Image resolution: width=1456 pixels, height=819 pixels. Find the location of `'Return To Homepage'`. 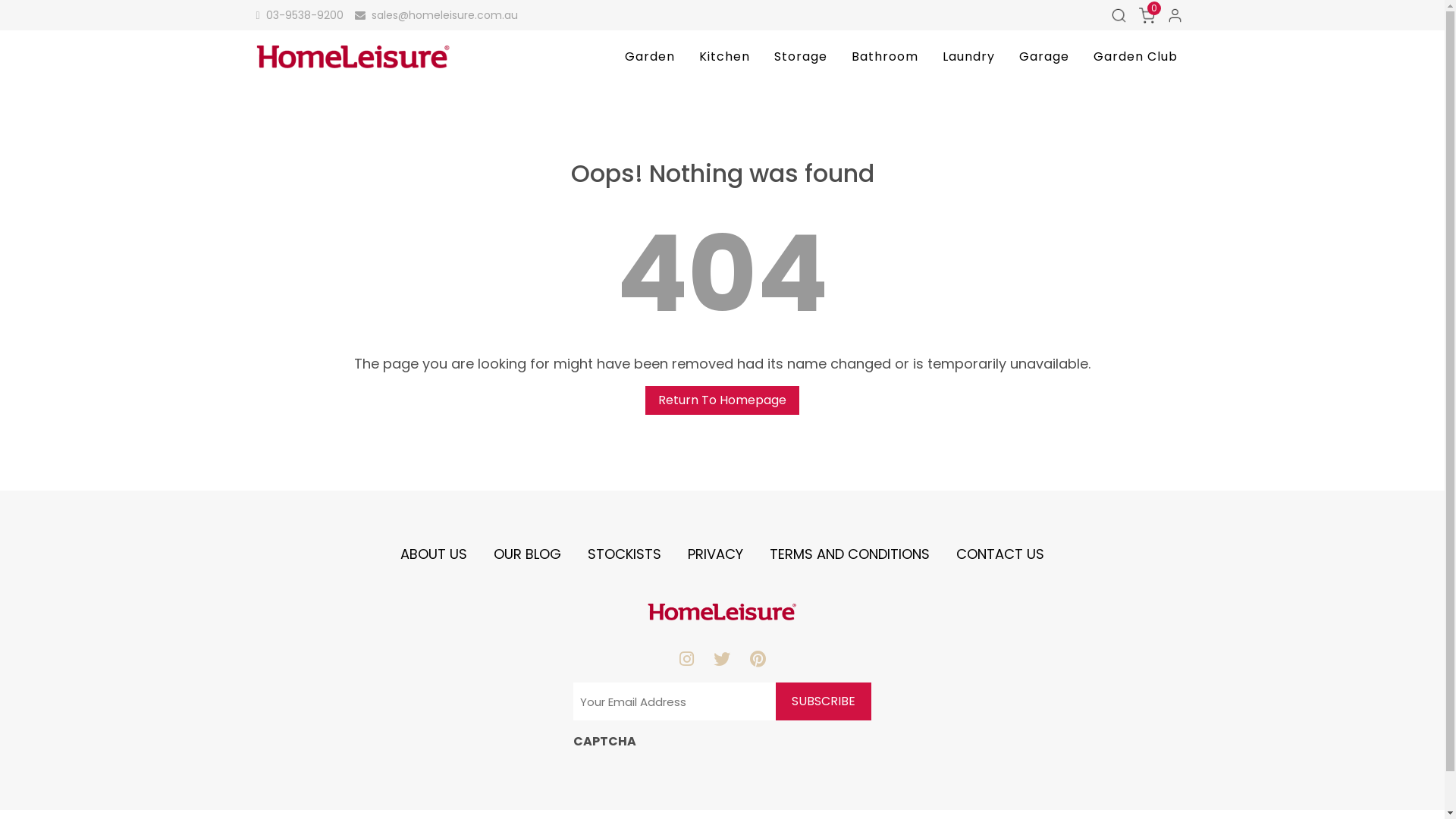

'Return To Homepage' is located at coordinates (721, 400).